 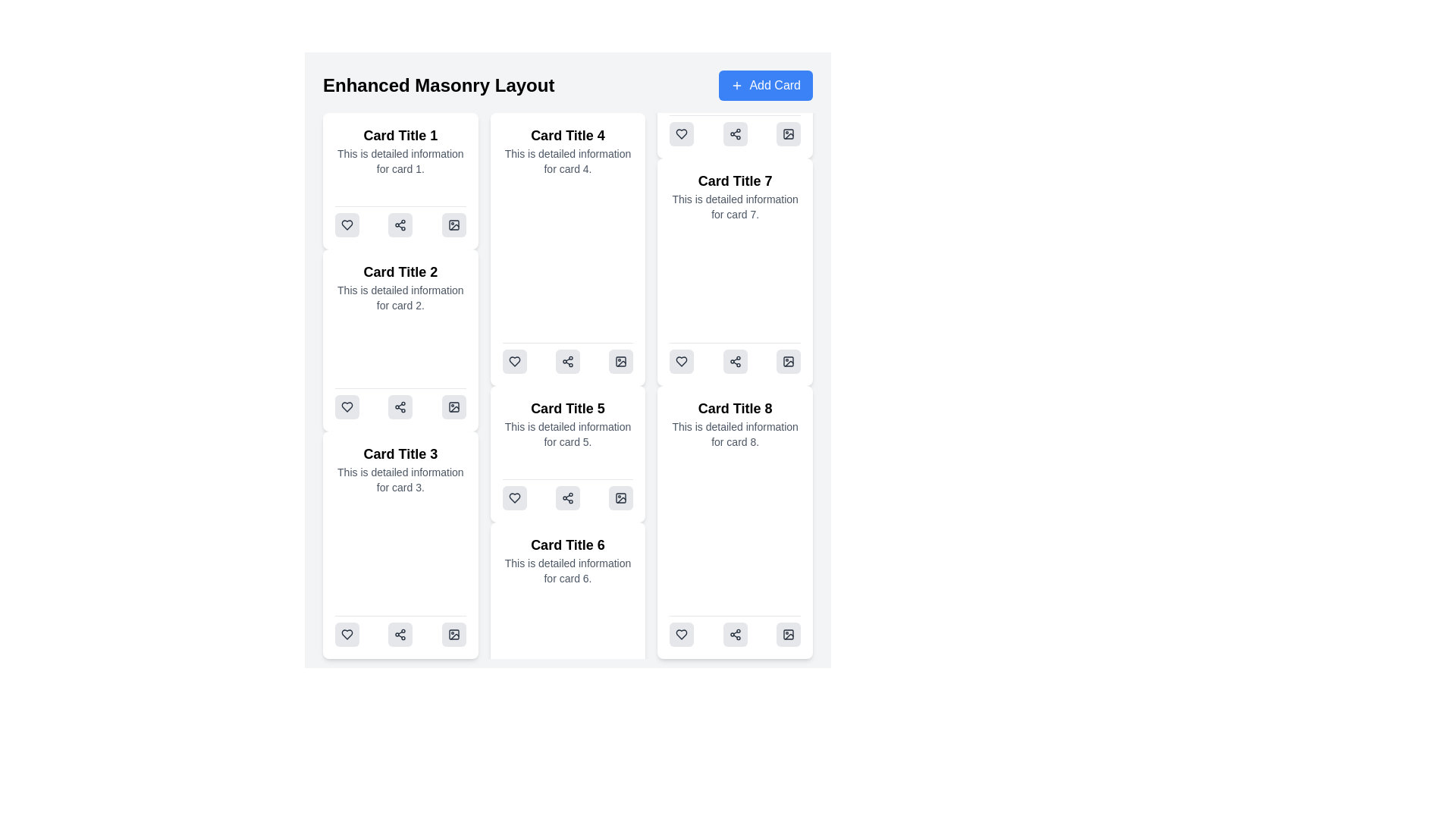 What do you see at coordinates (346, 635) in the screenshot?
I see `the heart-shaped icon outlined with a thin, dark line located in the bottom left corner of 'Card Title 3'` at bounding box center [346, 635].